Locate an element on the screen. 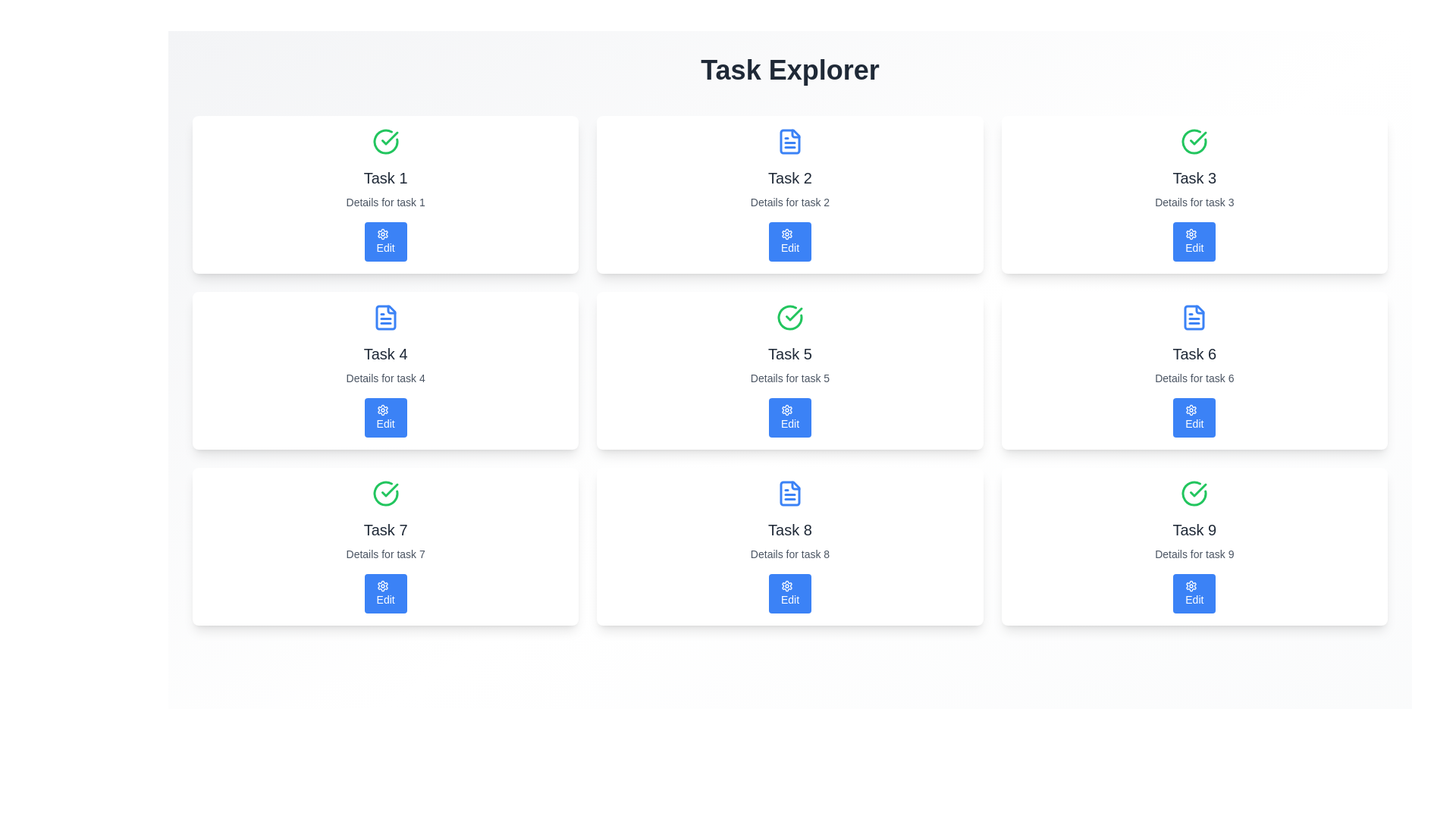 The width and height of the screenshot is (1456, 819). the settings icon located in the 'Edit' button of 'Task 9' is located at coordinates (1191, 585).